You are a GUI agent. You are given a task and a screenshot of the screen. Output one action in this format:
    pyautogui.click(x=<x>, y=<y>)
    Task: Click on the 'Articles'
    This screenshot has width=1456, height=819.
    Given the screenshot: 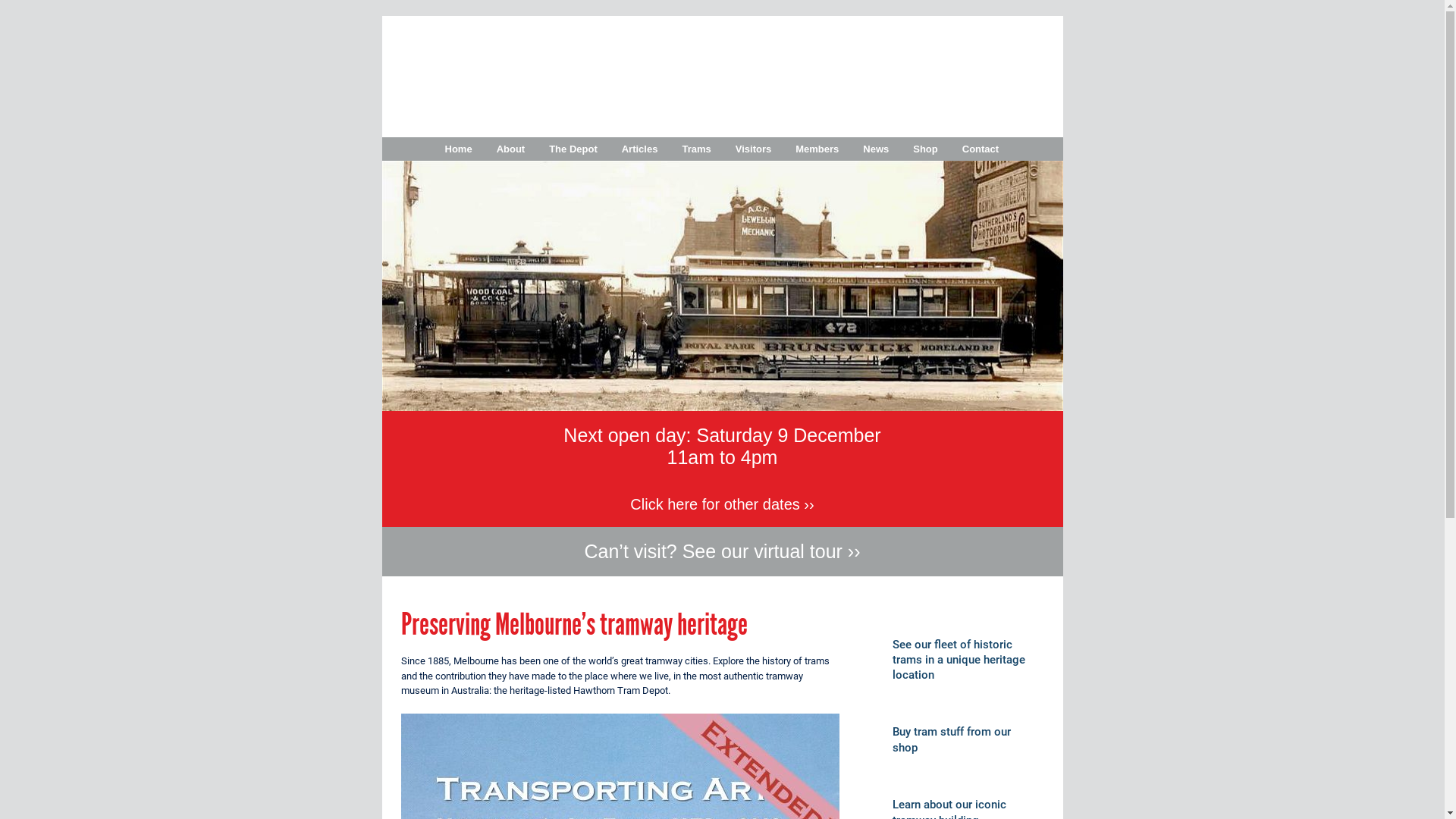 What is the action you would take?
    pyautogui.click(x=640, y=149)
    